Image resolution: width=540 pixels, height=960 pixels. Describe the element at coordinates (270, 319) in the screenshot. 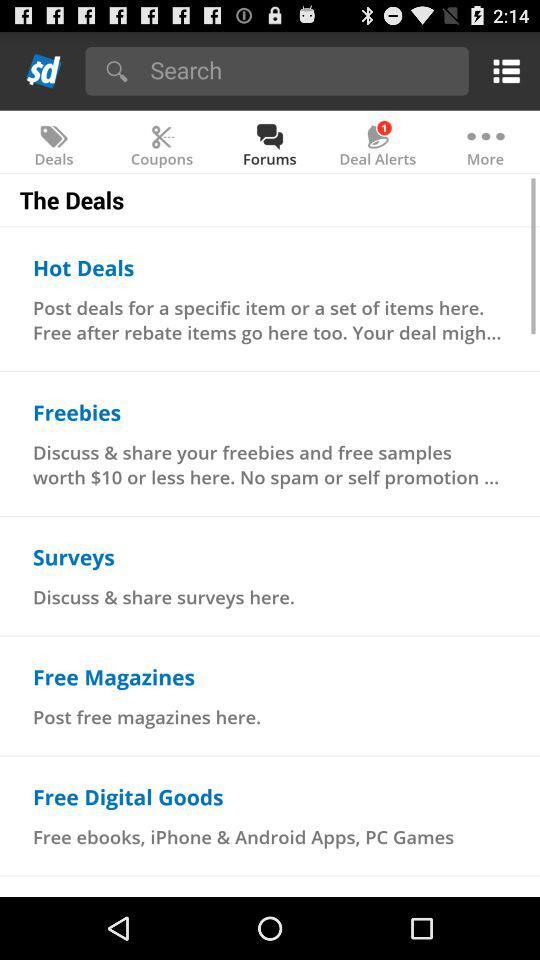

I see `the post deals for item` at that location.